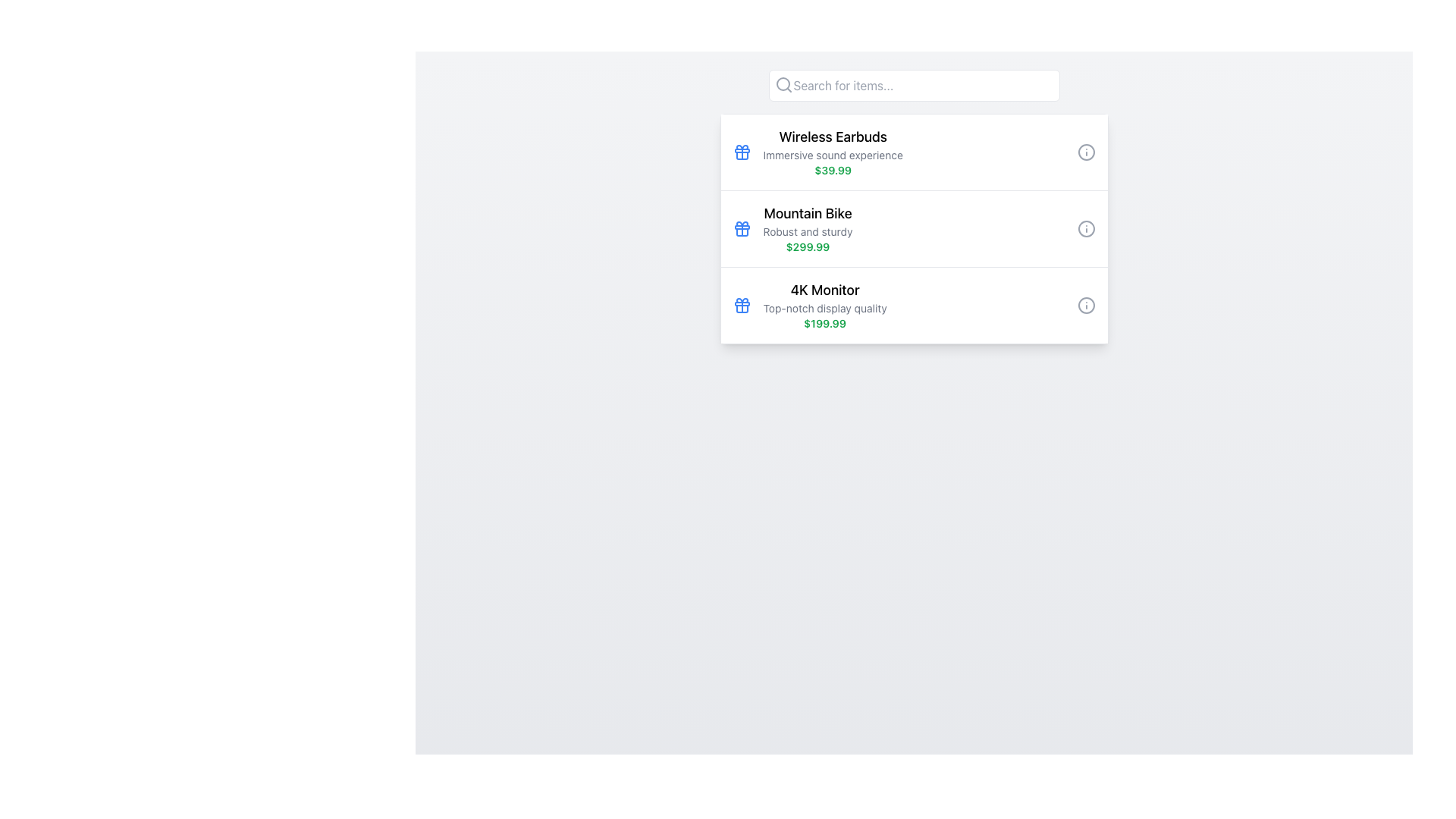  I want to click on the informational icon styled as a circle with a dotted symbol inside it, located at the right end of the '4K Monitor' product list item, so click(1085, 305).